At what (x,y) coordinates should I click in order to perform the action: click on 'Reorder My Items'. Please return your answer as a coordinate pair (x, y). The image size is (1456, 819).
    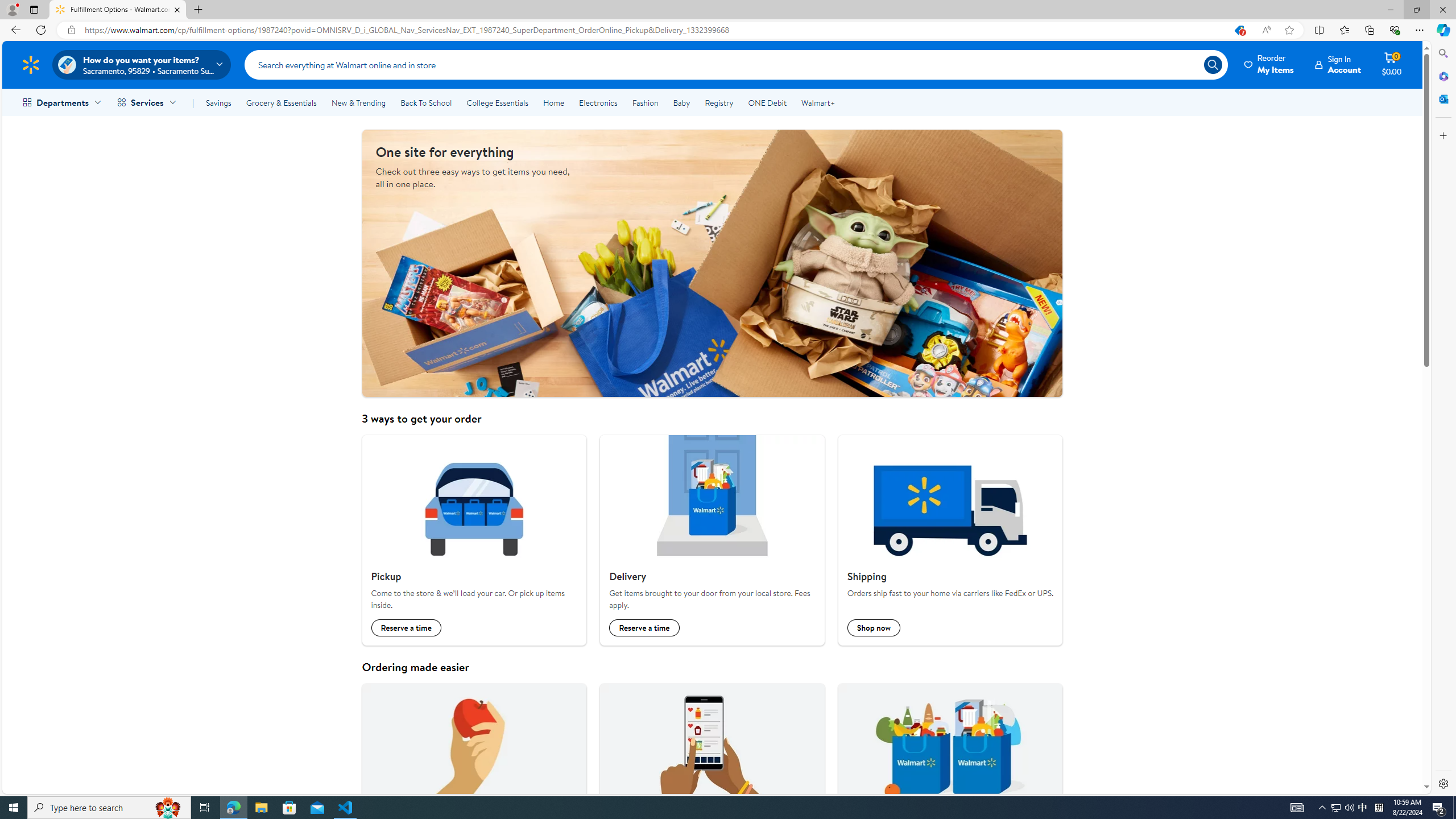
    Looking at the image, I should click on (1269, 64).